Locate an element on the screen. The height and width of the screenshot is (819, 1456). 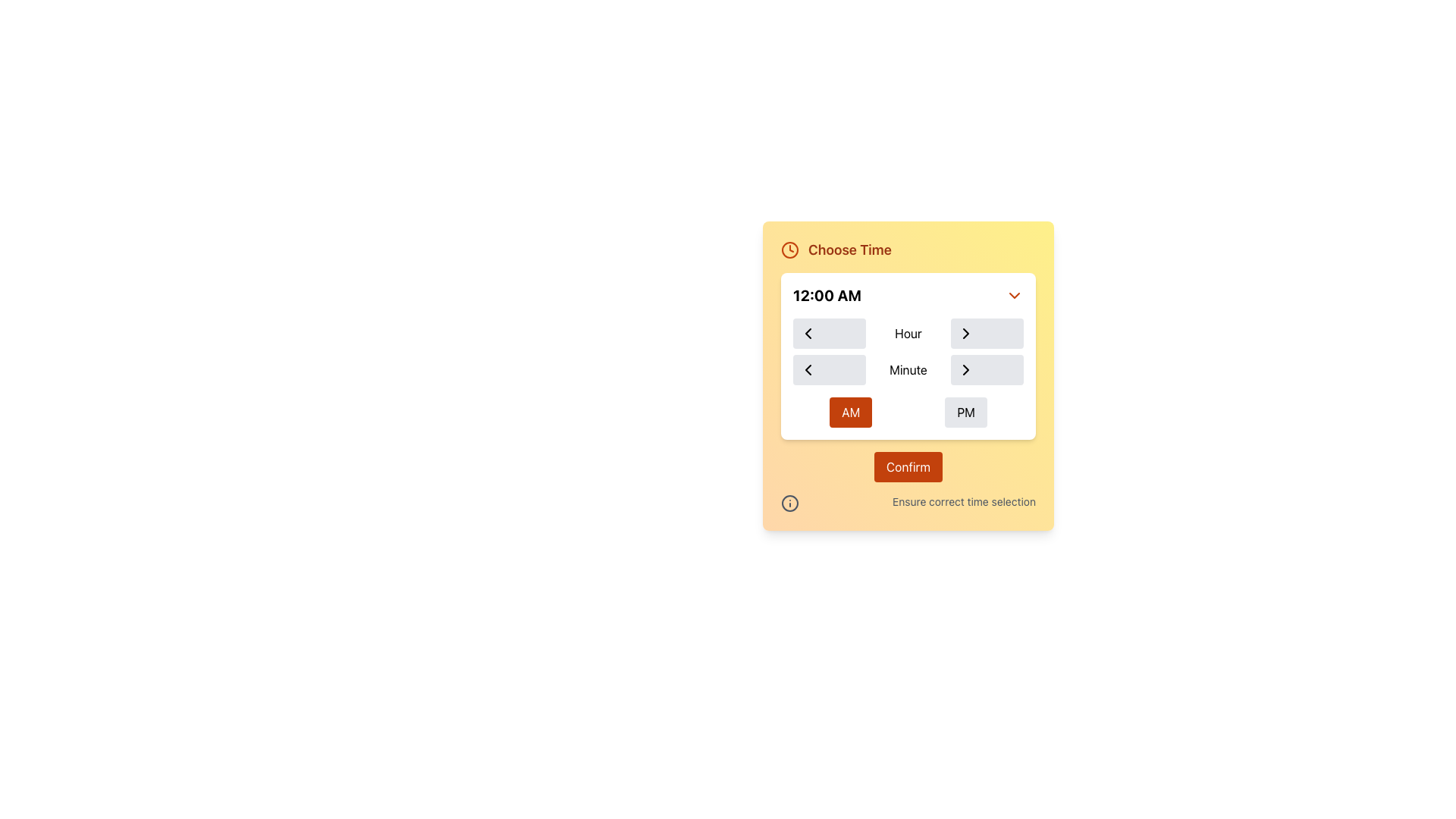
the time display box labeled '12:00 AM' is located at coordinates (908, 295).